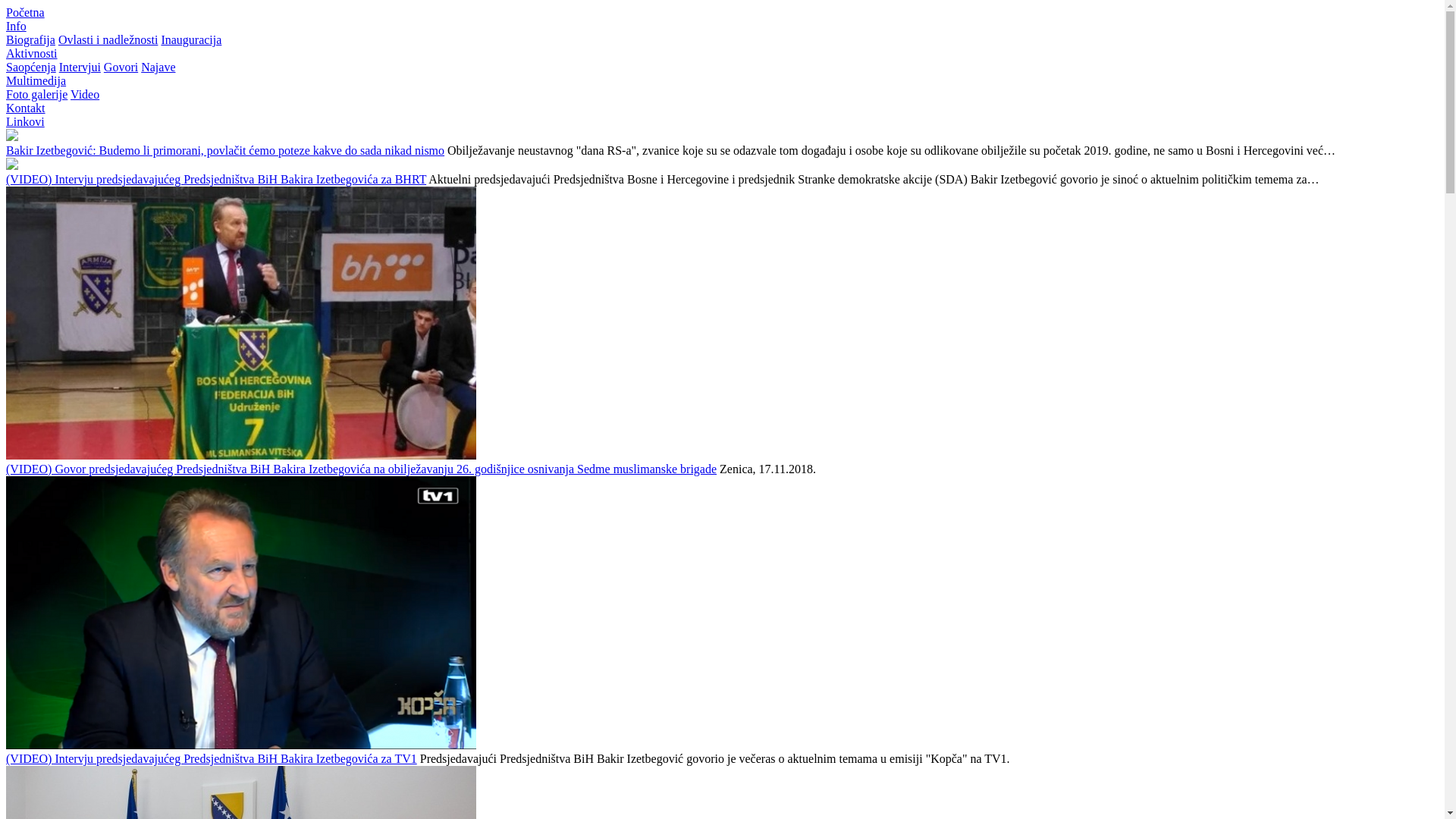  Describe the element at coordinates (30, 39) in the screenshot. I see `'Biografija'` at that location.